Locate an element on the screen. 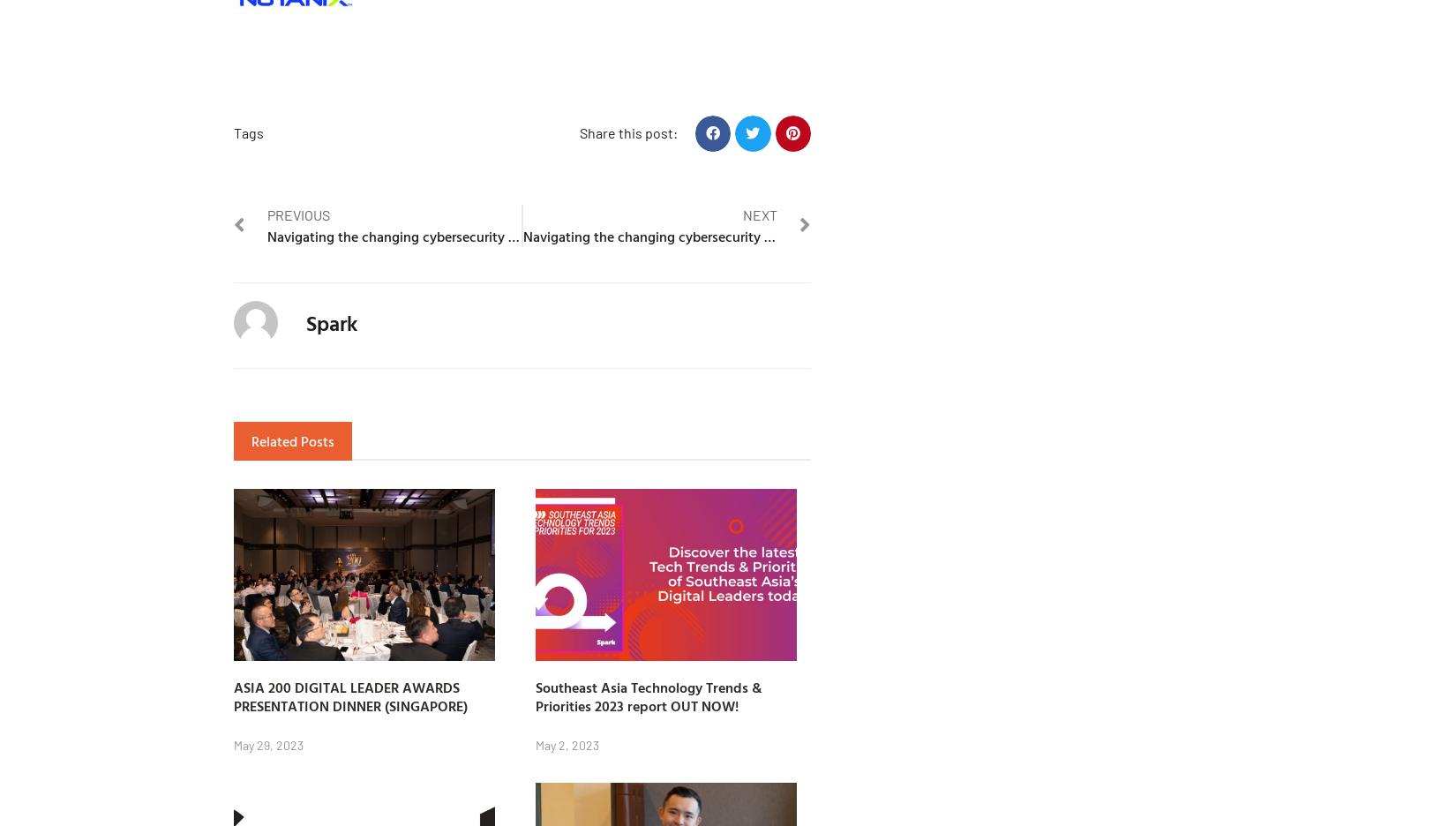 This screenshot has width=1456, height=826. 'Navigating the changing cybersecurity threat landscape : Perspectives from IT leaders in Hong Kong' is located at coordinates (829, 235).